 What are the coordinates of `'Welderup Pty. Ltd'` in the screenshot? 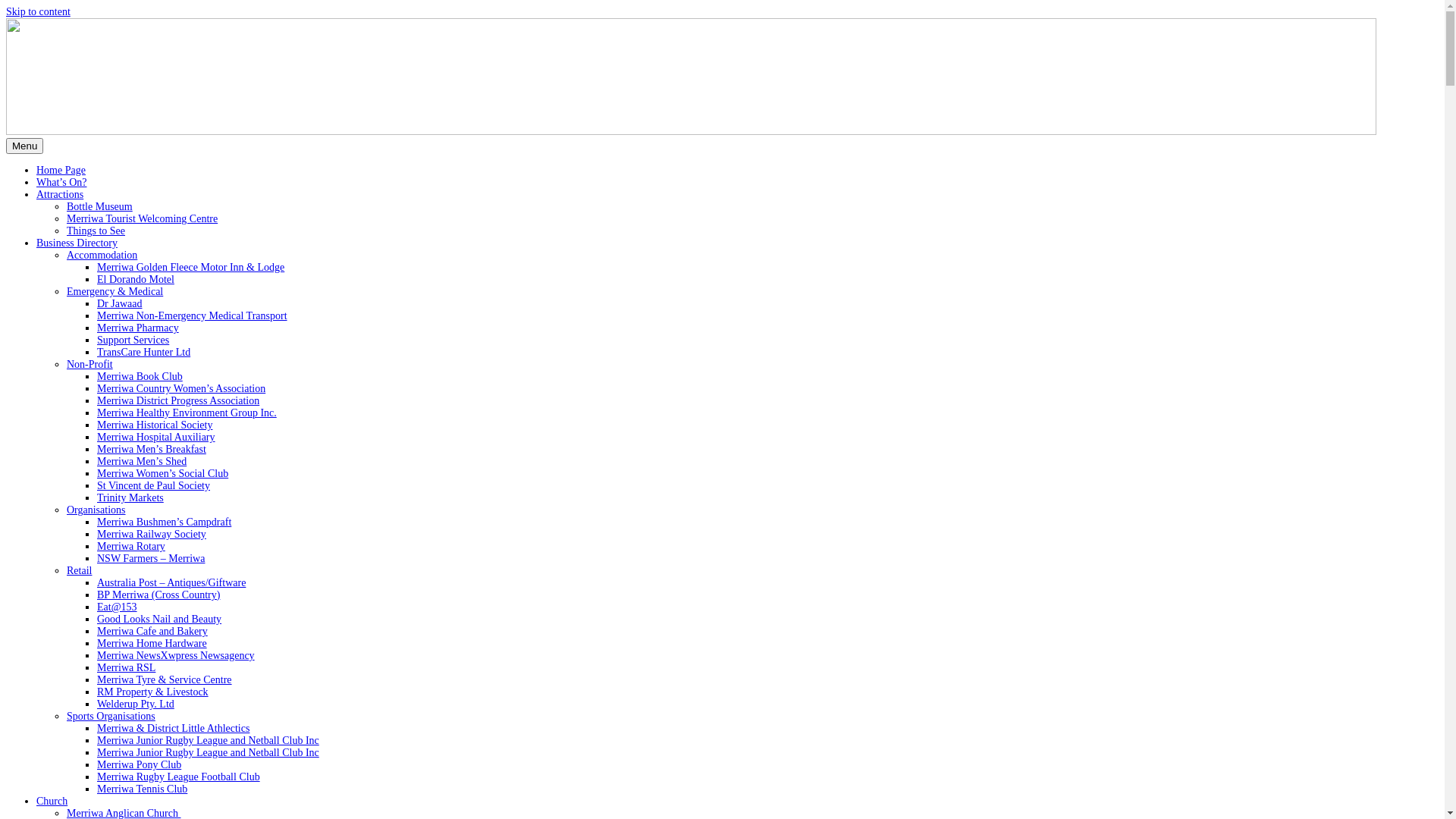 It's located at (135, 704).